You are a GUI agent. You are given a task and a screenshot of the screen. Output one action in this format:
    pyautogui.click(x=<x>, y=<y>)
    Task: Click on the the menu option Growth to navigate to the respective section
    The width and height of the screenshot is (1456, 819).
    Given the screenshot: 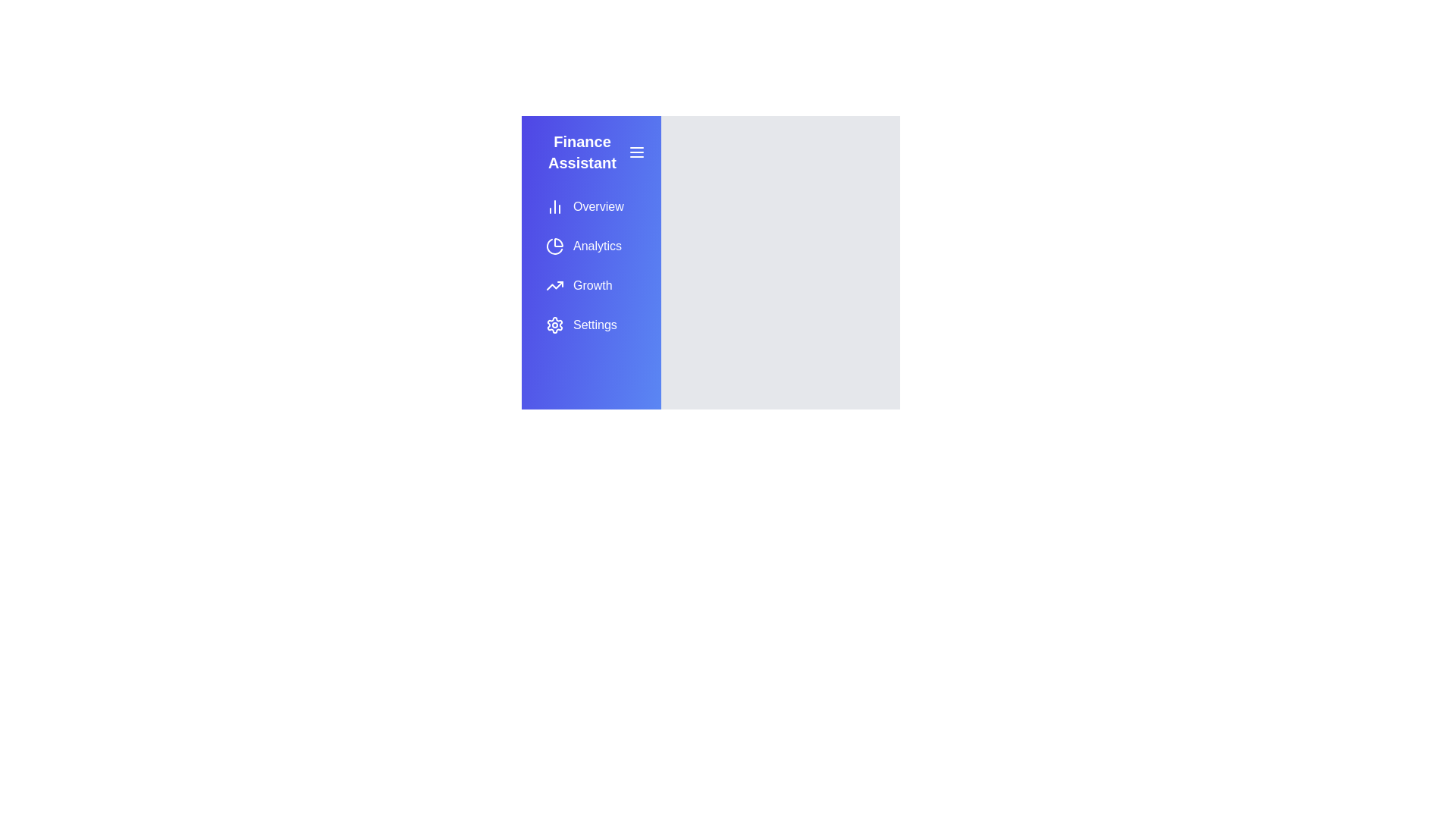 What is the action you would take?
    pyautogui.click(x=590, y=286)
    